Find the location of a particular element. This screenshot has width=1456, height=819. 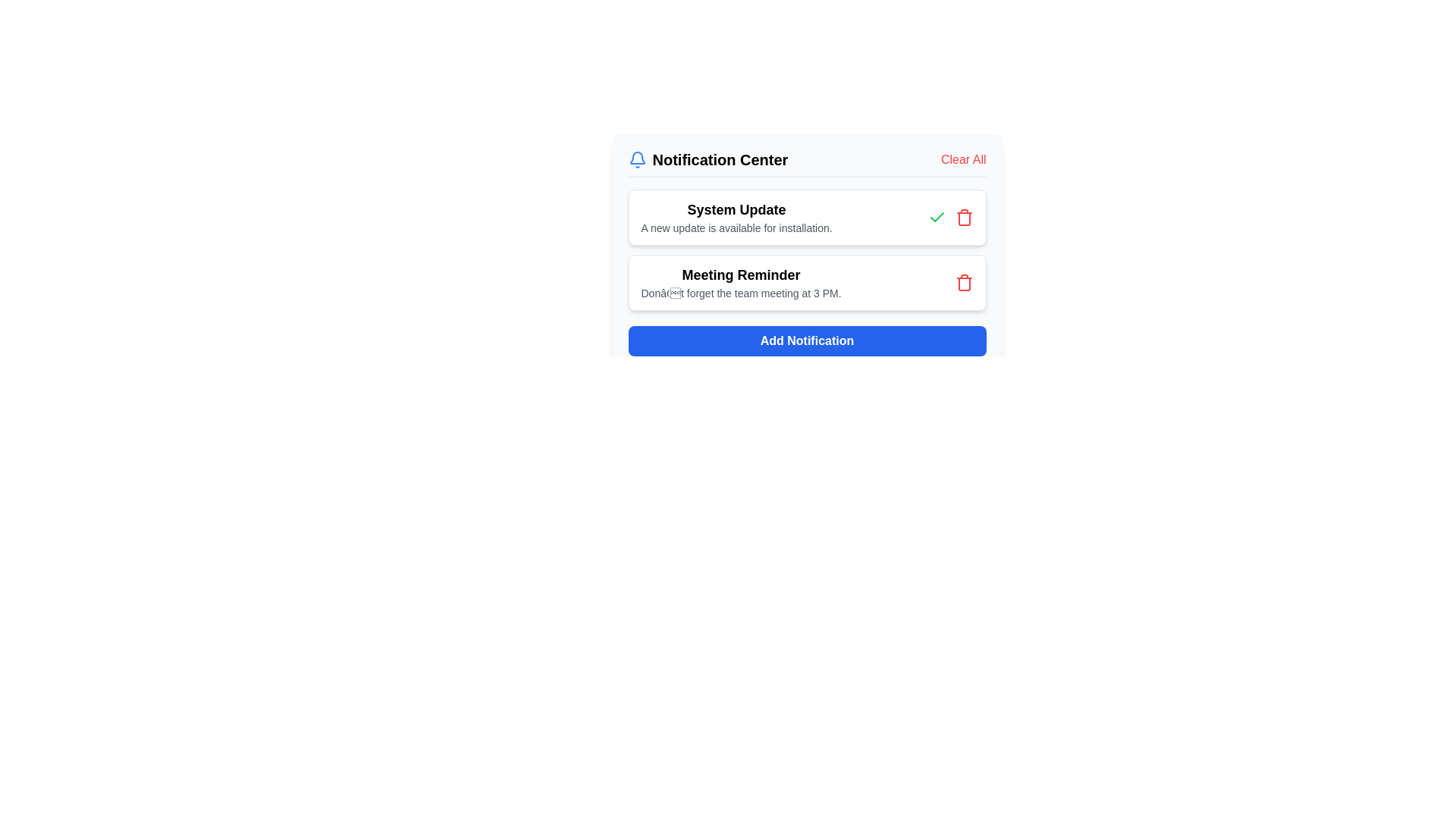

the text label stating 'A new update is available for installation.' which is located within the notification card beneath the title 'System Update' is located at coordinates (736, 227).